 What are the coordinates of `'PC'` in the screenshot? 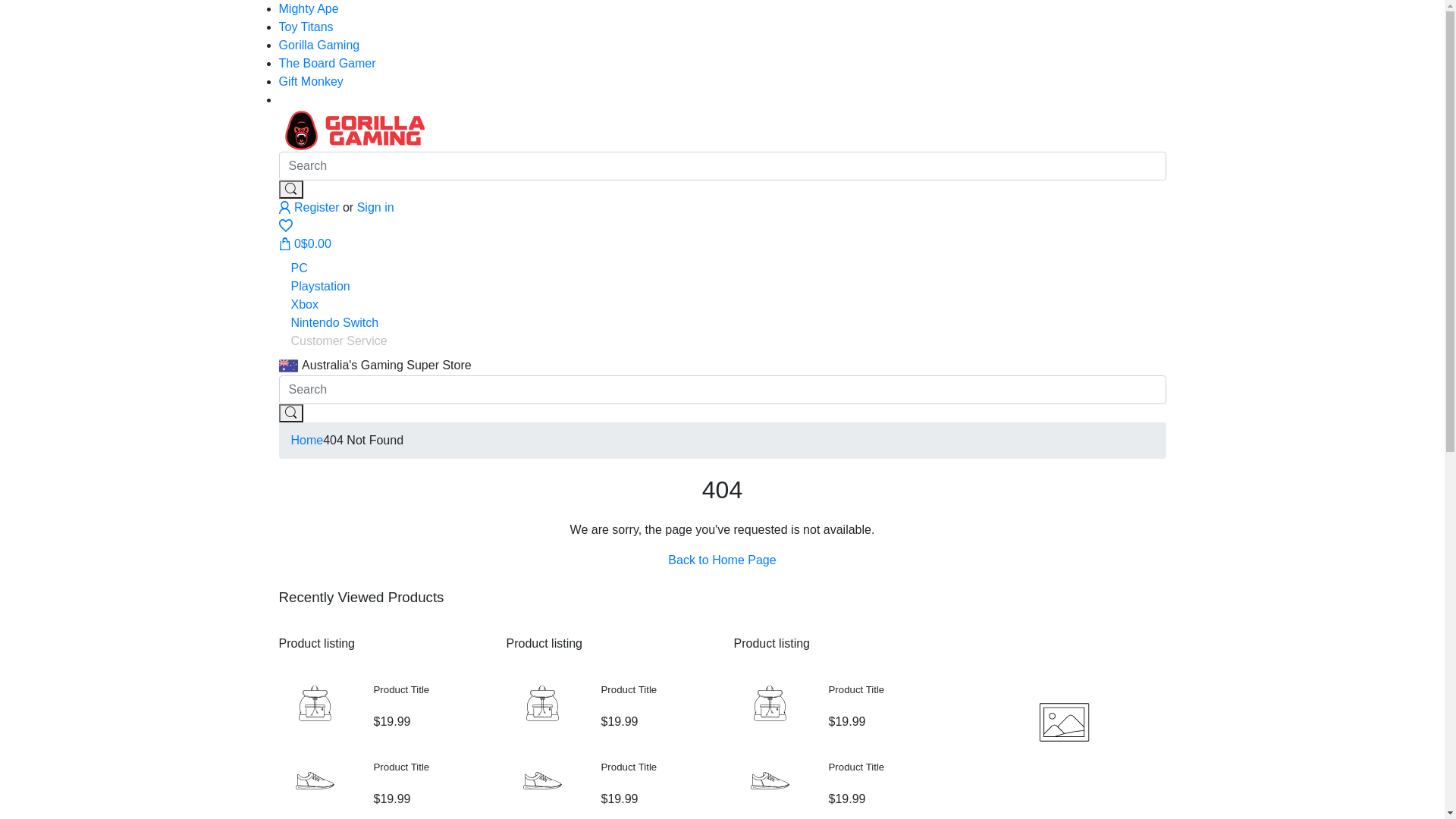 It's located at (299, 267).